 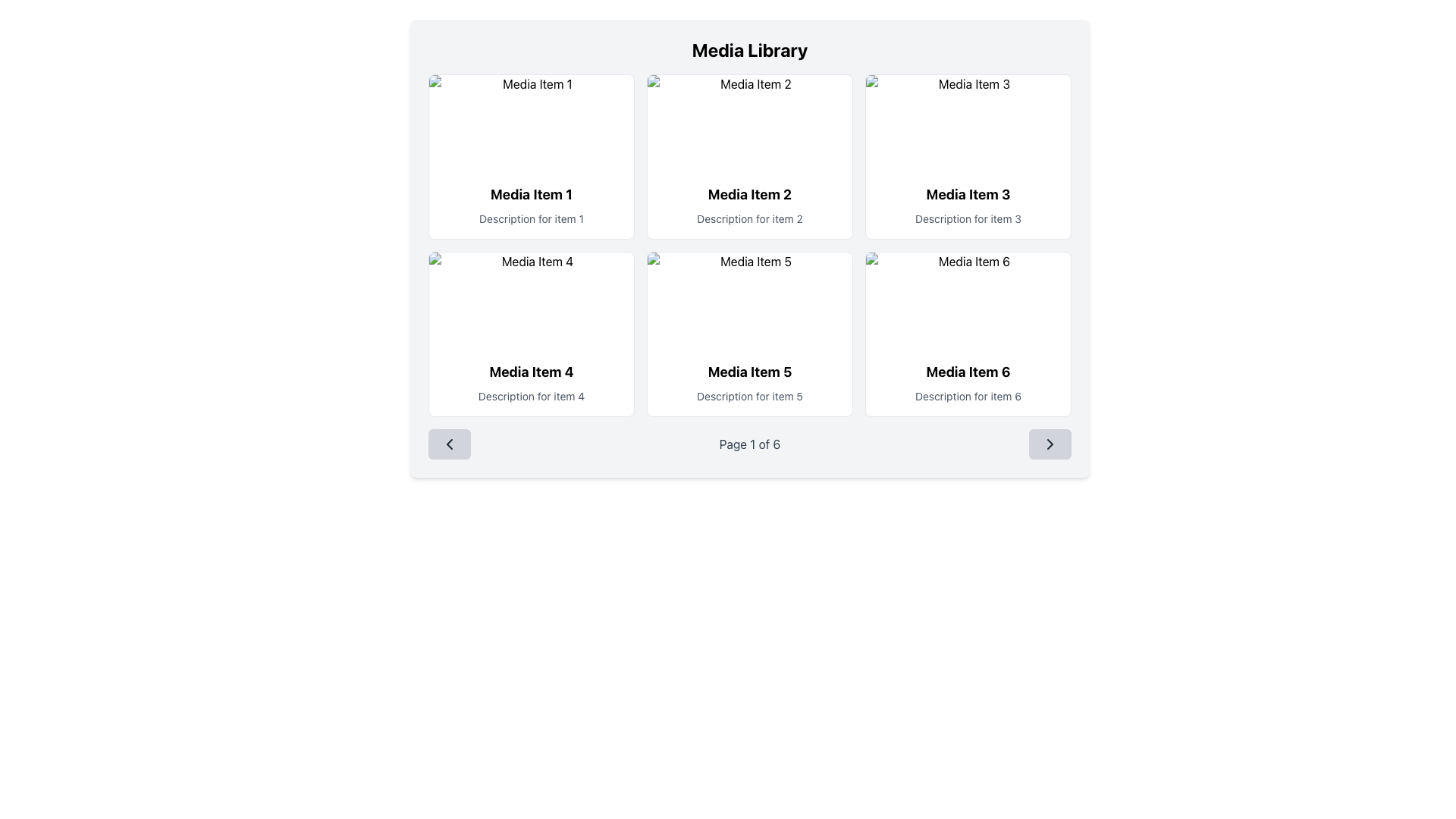 I want to click on the thumbnail for 'Media Item 4', so click(x=531, y=301).